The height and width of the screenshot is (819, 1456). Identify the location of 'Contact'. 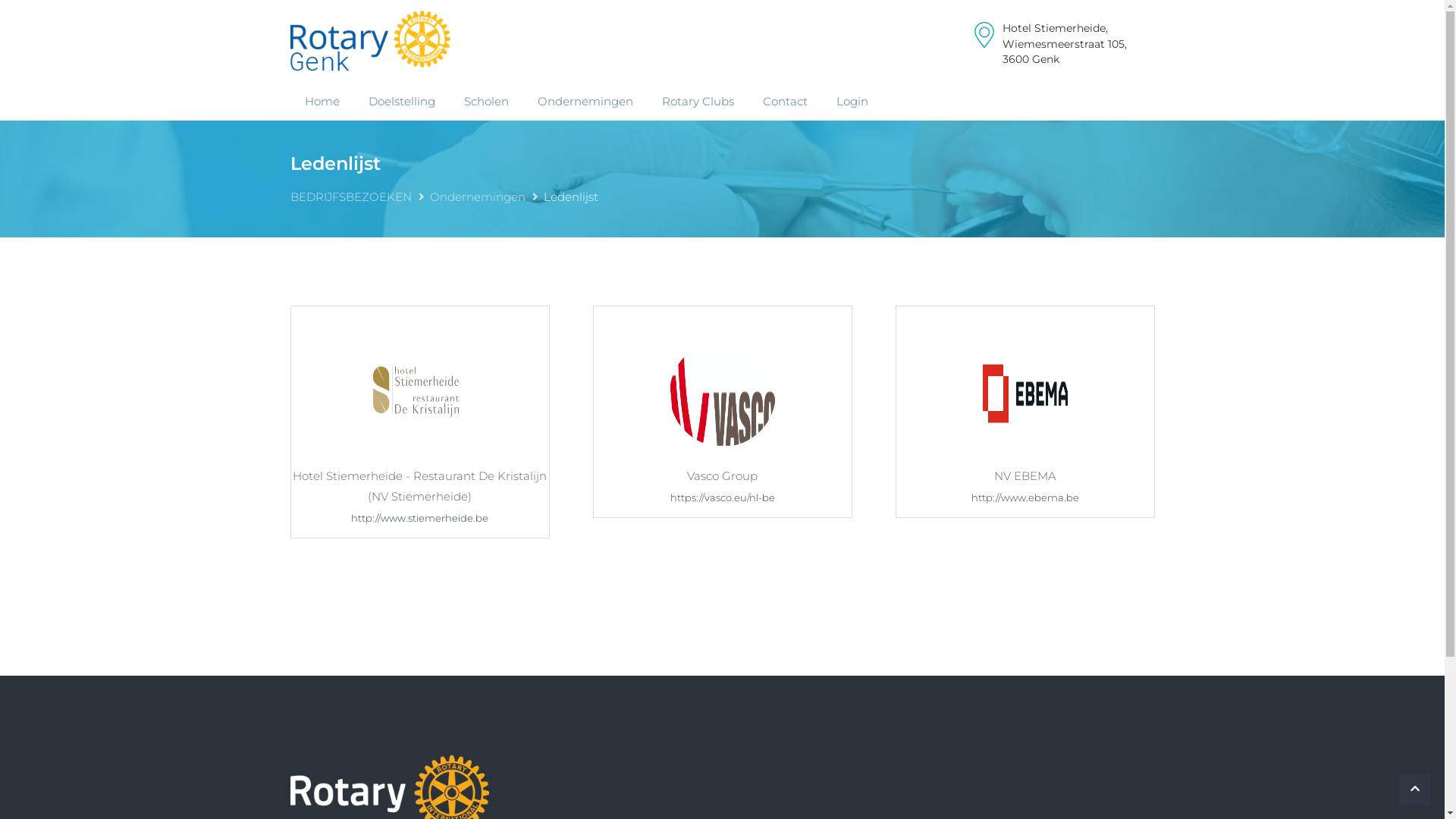
(784, 101).